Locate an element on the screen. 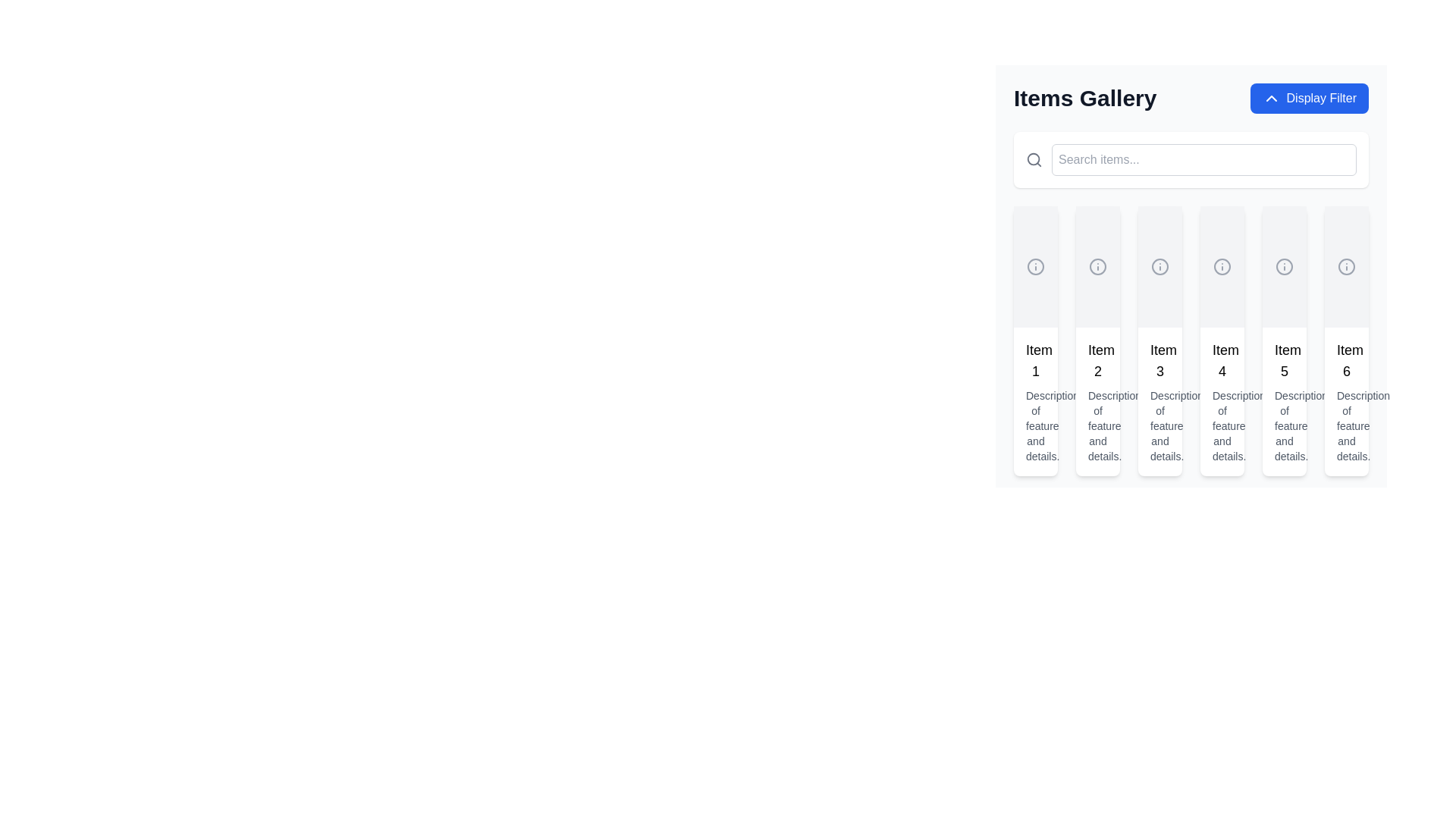 This screenshot has width=1456, height=819. the card component representing 'Item 3' is located at coordinates (1159, 341).